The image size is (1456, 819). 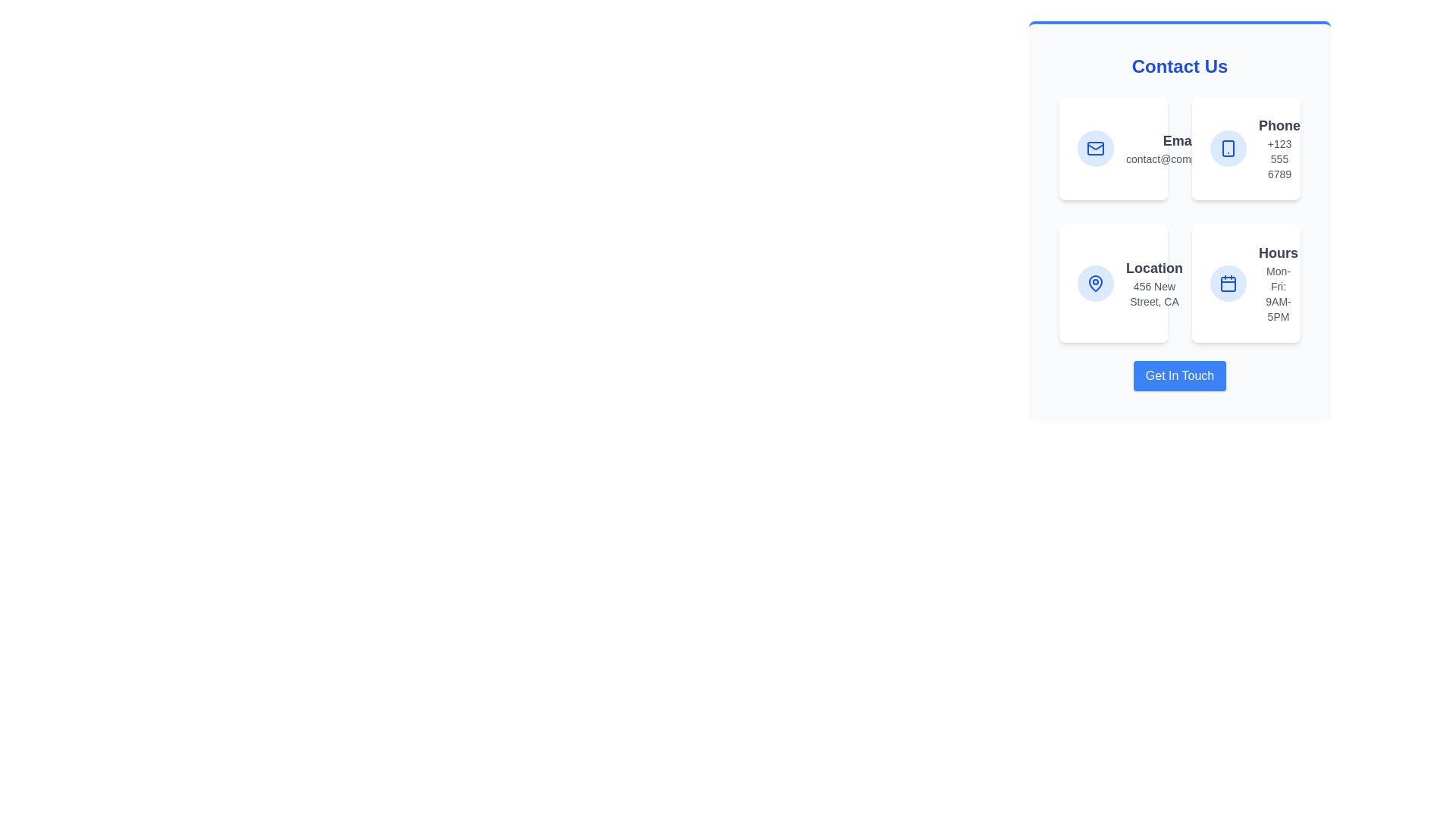 What do you see at coordinates (1095, 149) in the screenshot?
I see `the mail icon that visually represents an envelope, located in the upper-left position of the first card in the 'Contact Us' section, which is accompanied by the text labeled 'Email'` at bounding box center [1095, 149].